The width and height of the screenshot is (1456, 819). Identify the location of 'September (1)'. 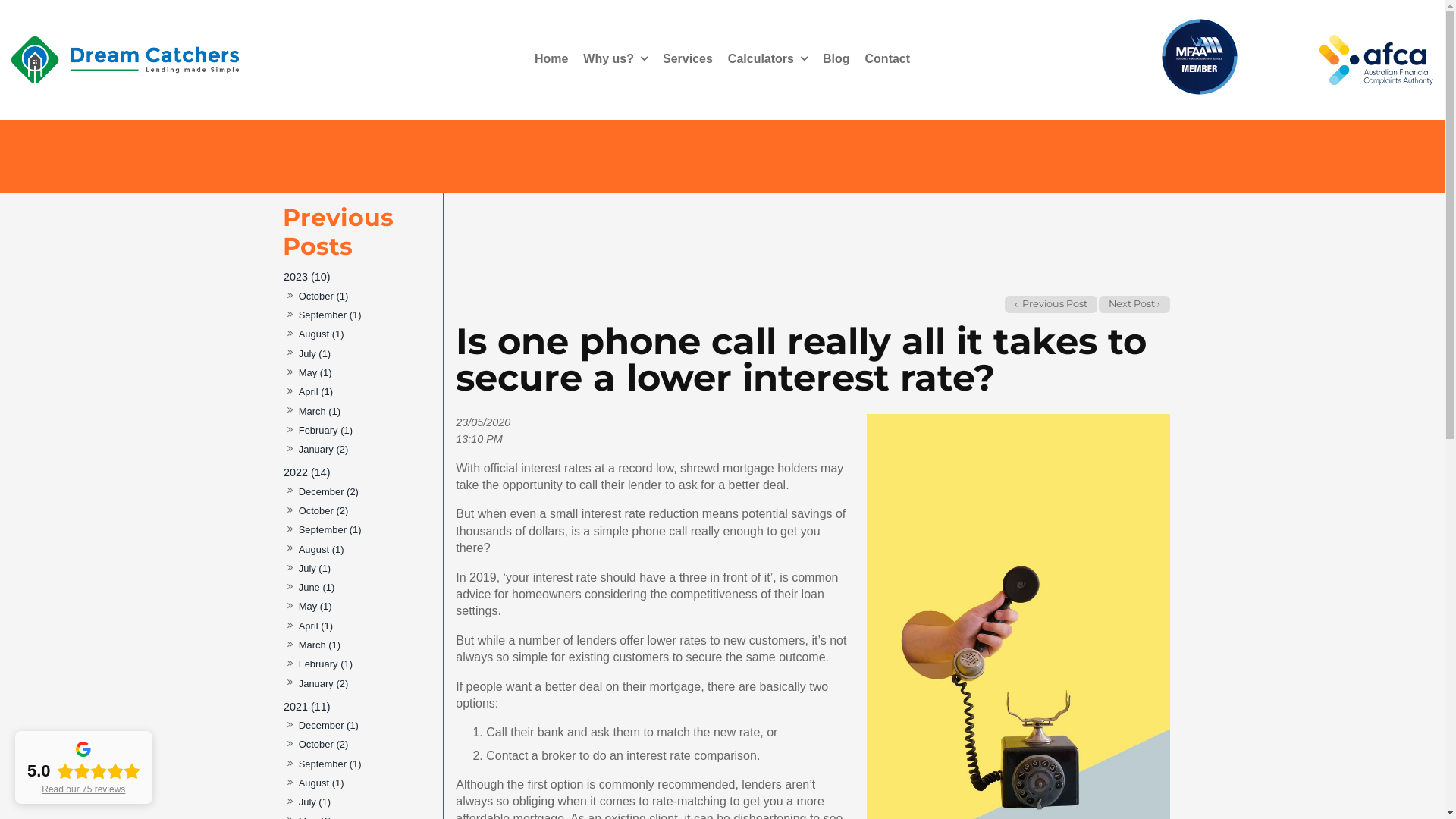
(297, 529).